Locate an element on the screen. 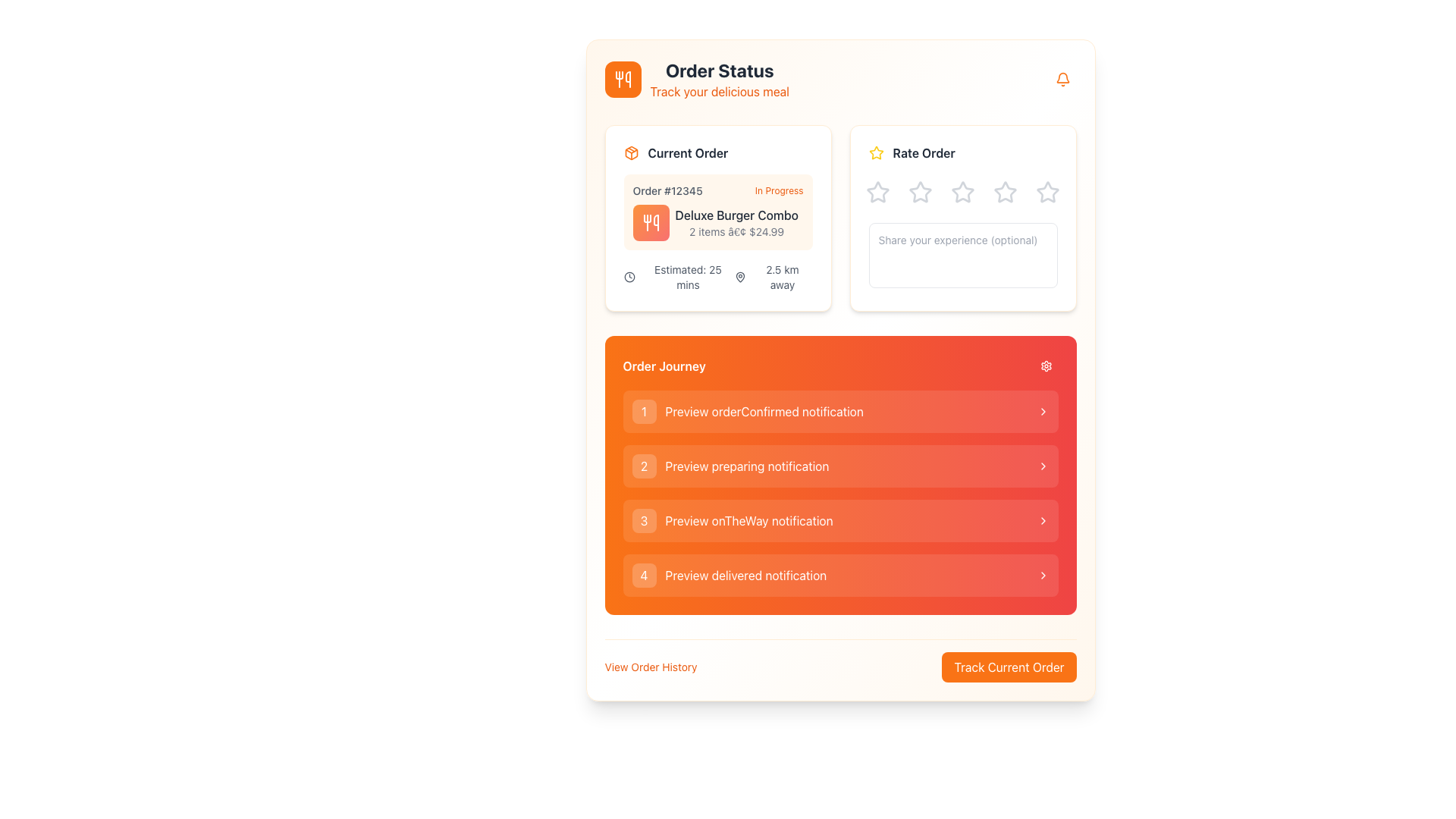 The width and height of the screenshot is (1456, 819). the 'Order Journey' text label, which is displayed in bold white font on an orange background, located at the top-left corner of the notification section is located at coordinates (664, 366).